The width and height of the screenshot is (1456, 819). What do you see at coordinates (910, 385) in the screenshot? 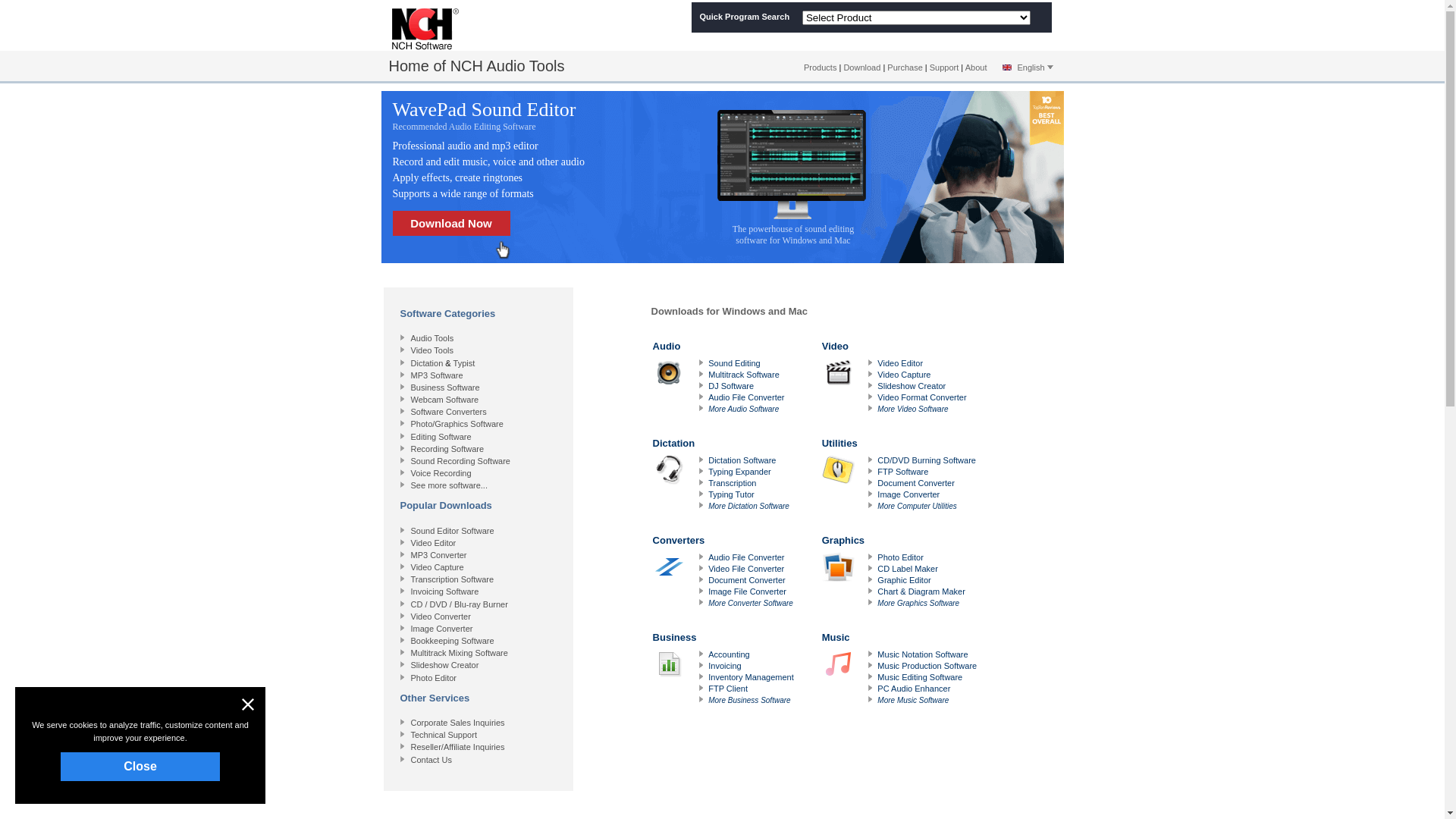
I see `'Slideshow Creator'` at bounding box center [910, 385].